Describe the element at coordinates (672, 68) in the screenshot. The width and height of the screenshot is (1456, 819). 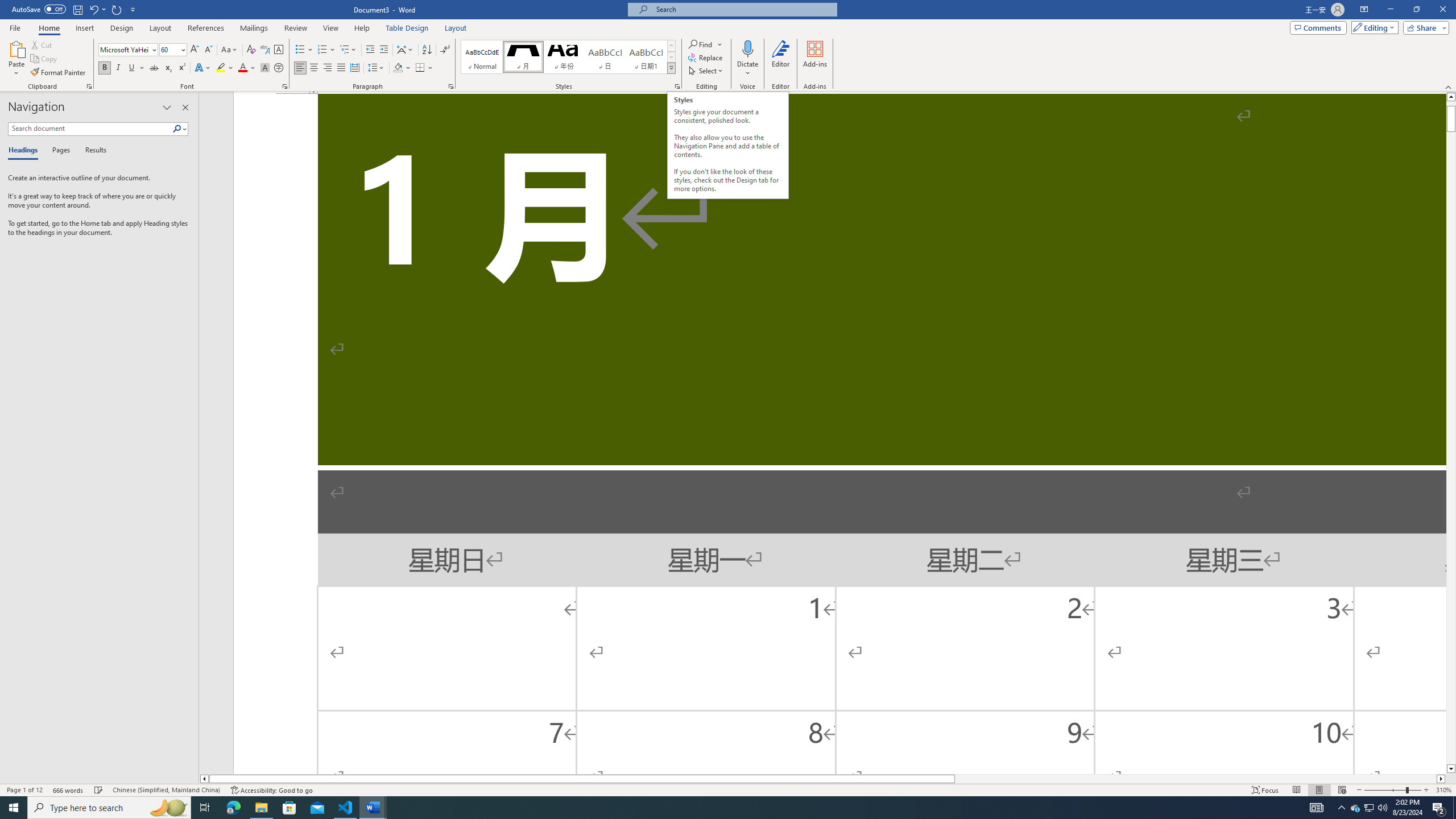
I see `'Class: NetUIImage'` at that location.